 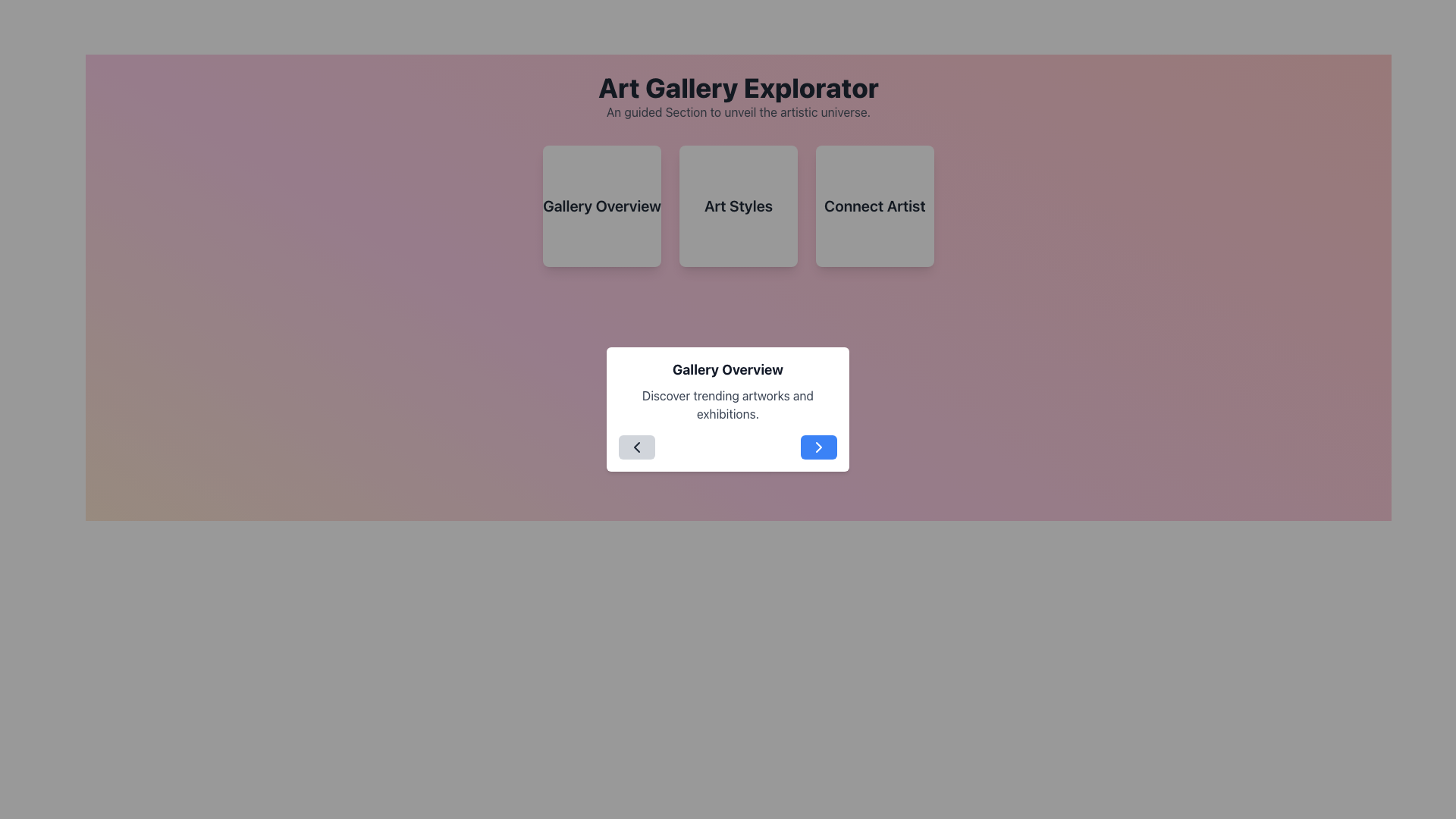 I want to click on text label displaying 'Art Styles' in bold, dark gray font located in the central card of the Art Gallery Explorator section, so click(x=739, y=206).